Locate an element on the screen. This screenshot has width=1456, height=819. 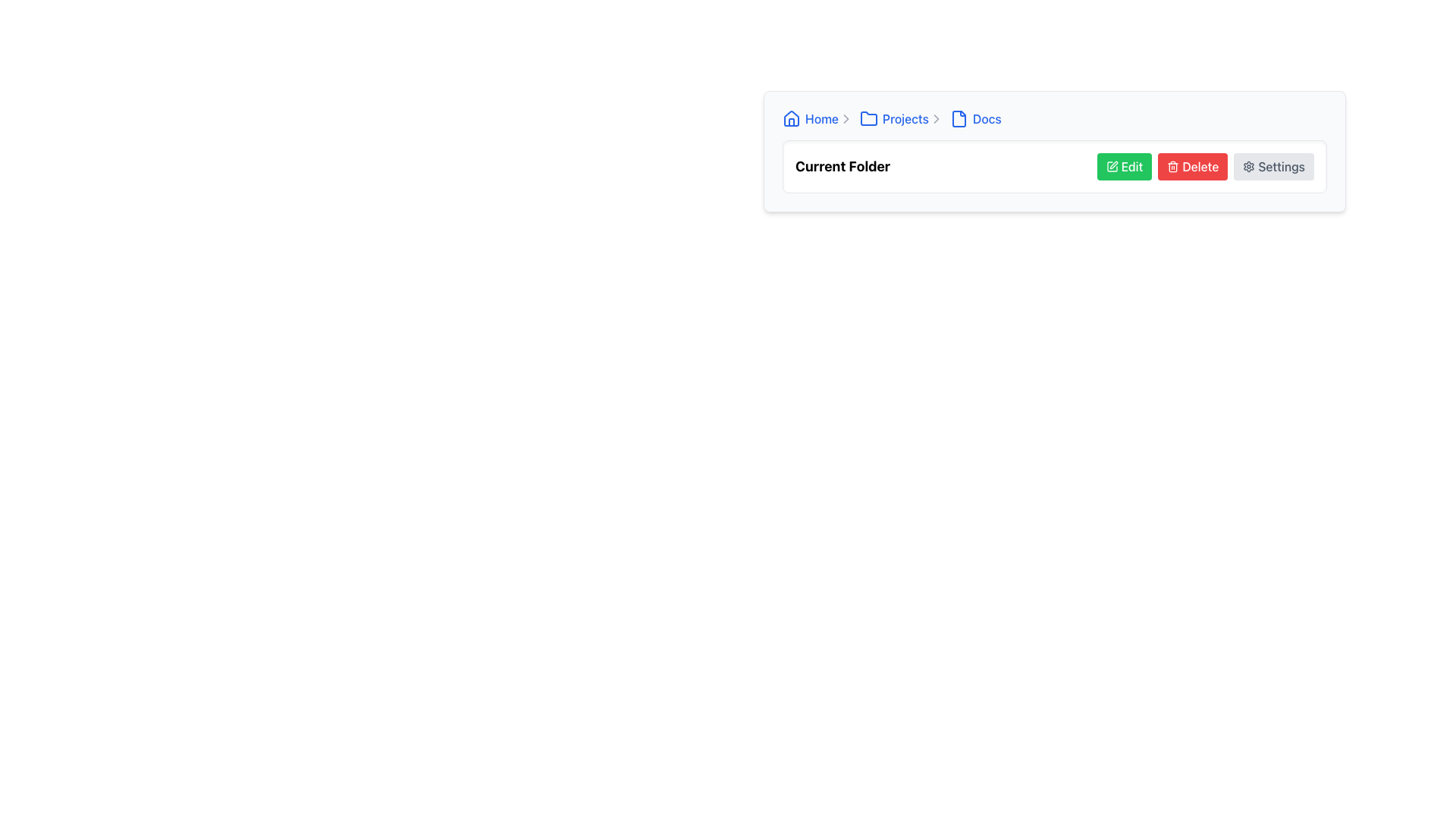
the 'Home' hyperlink with a house icon is located at coordinates (810, 118).